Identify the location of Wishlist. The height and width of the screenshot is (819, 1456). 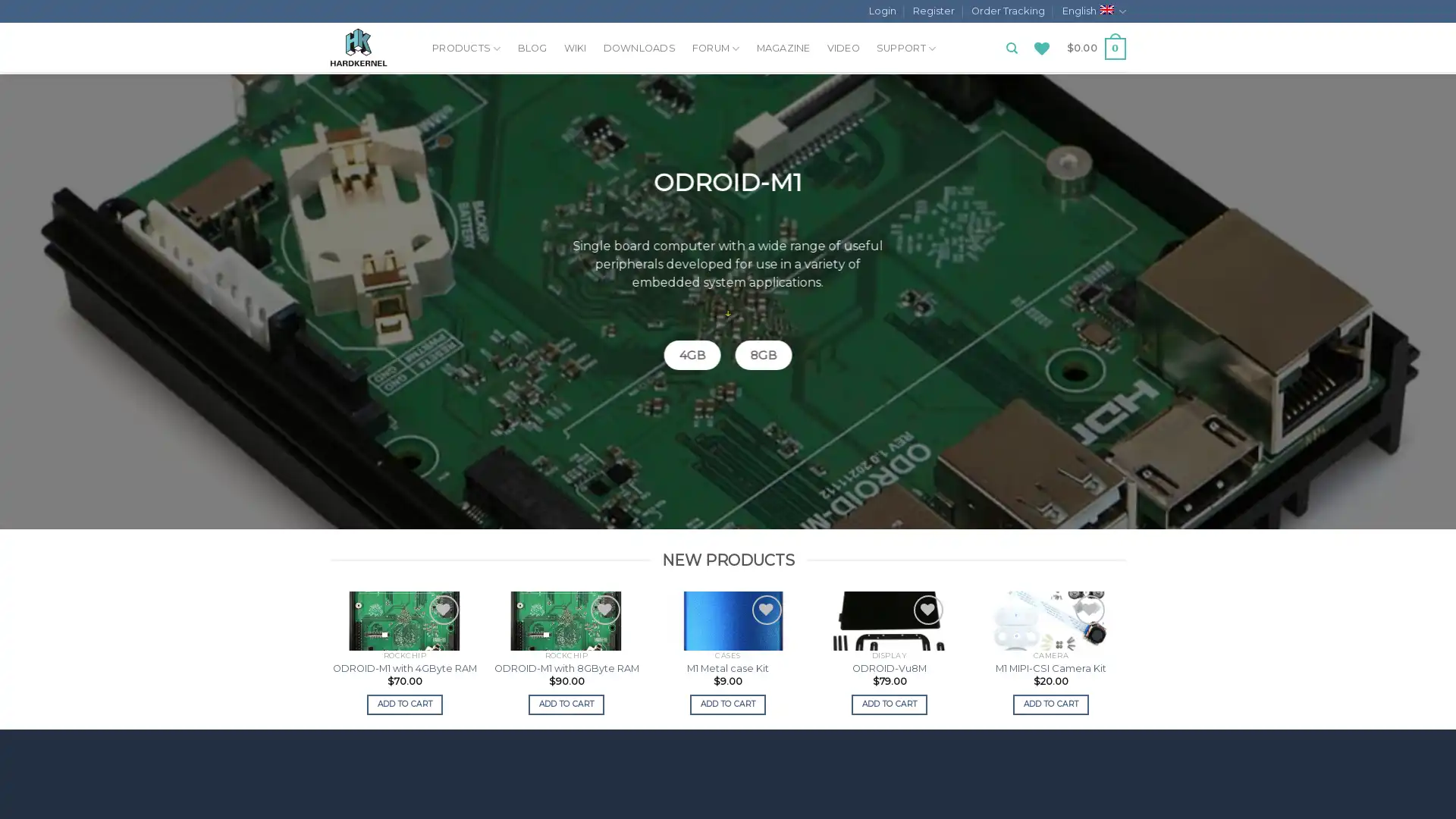
(281, 609).